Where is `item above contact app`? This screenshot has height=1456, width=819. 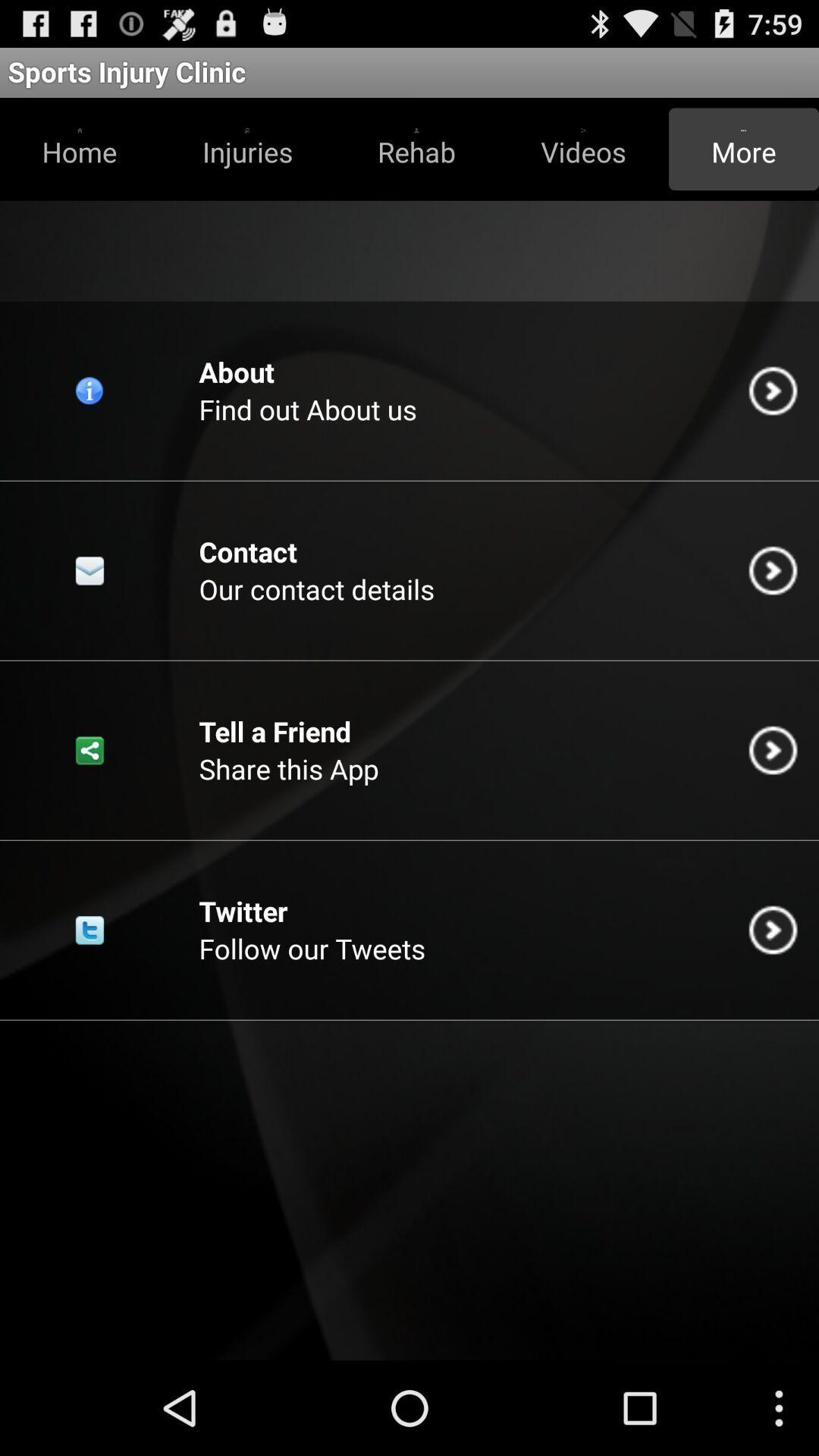 item above contact app is located at coordinates (307, 409).